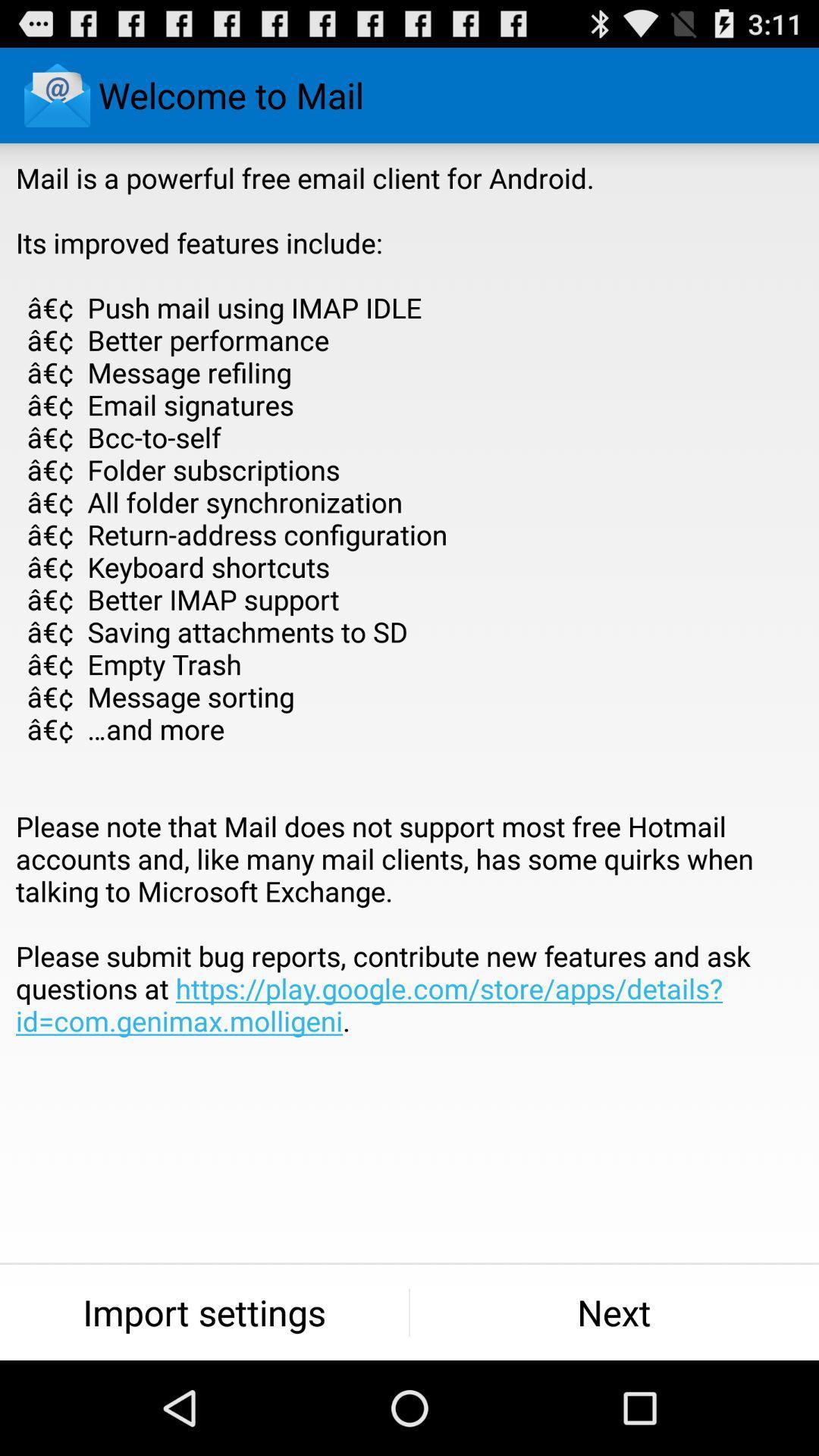 The image size is (819, 1456). Describe the element at coordinates (203, 1312) in the screenshot. I see `icon at the bottom left corner` at that location.